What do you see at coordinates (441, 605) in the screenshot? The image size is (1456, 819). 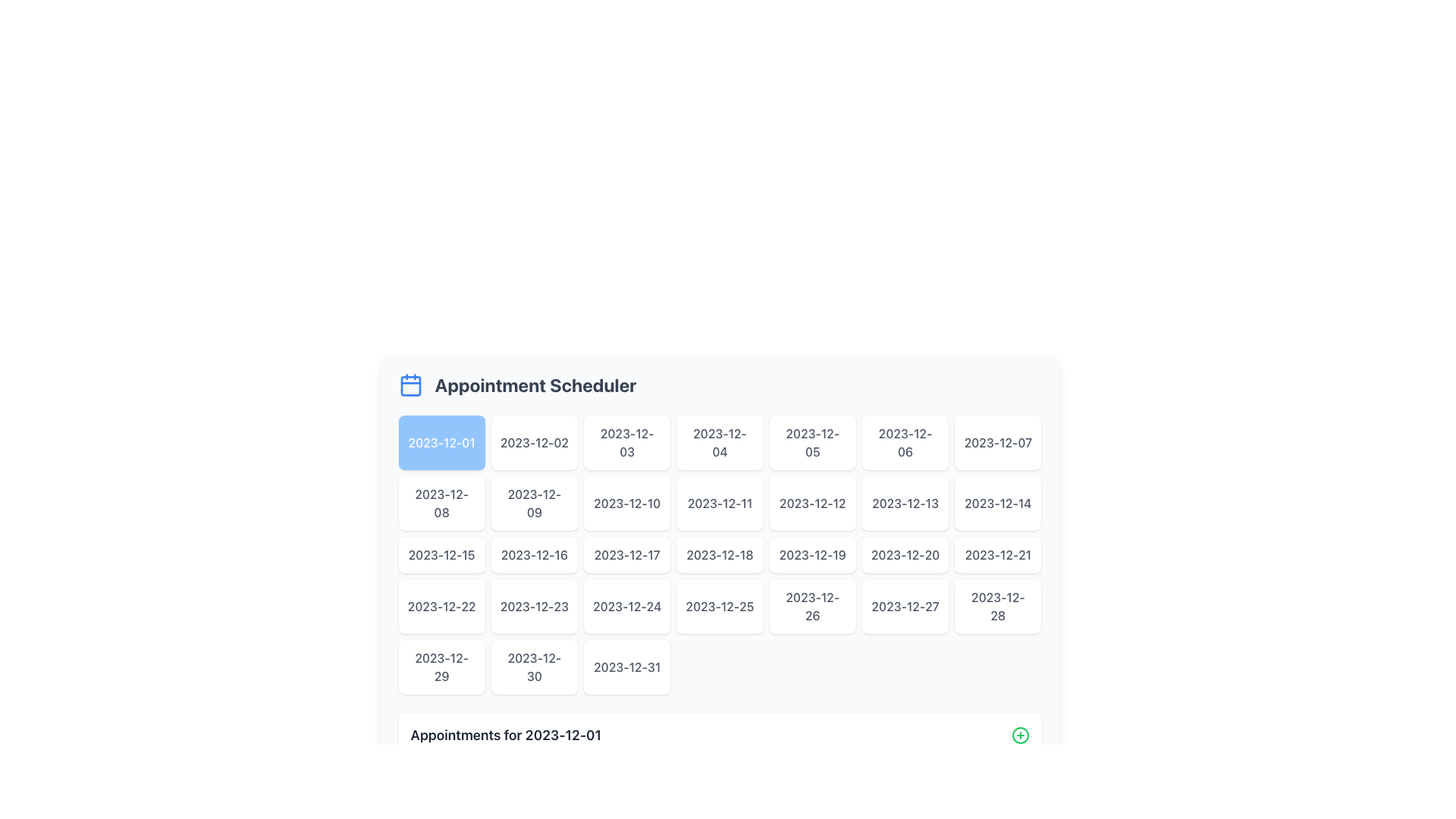 I see `the button labeled '2023-12-22'` at bounding box center [441, 605].